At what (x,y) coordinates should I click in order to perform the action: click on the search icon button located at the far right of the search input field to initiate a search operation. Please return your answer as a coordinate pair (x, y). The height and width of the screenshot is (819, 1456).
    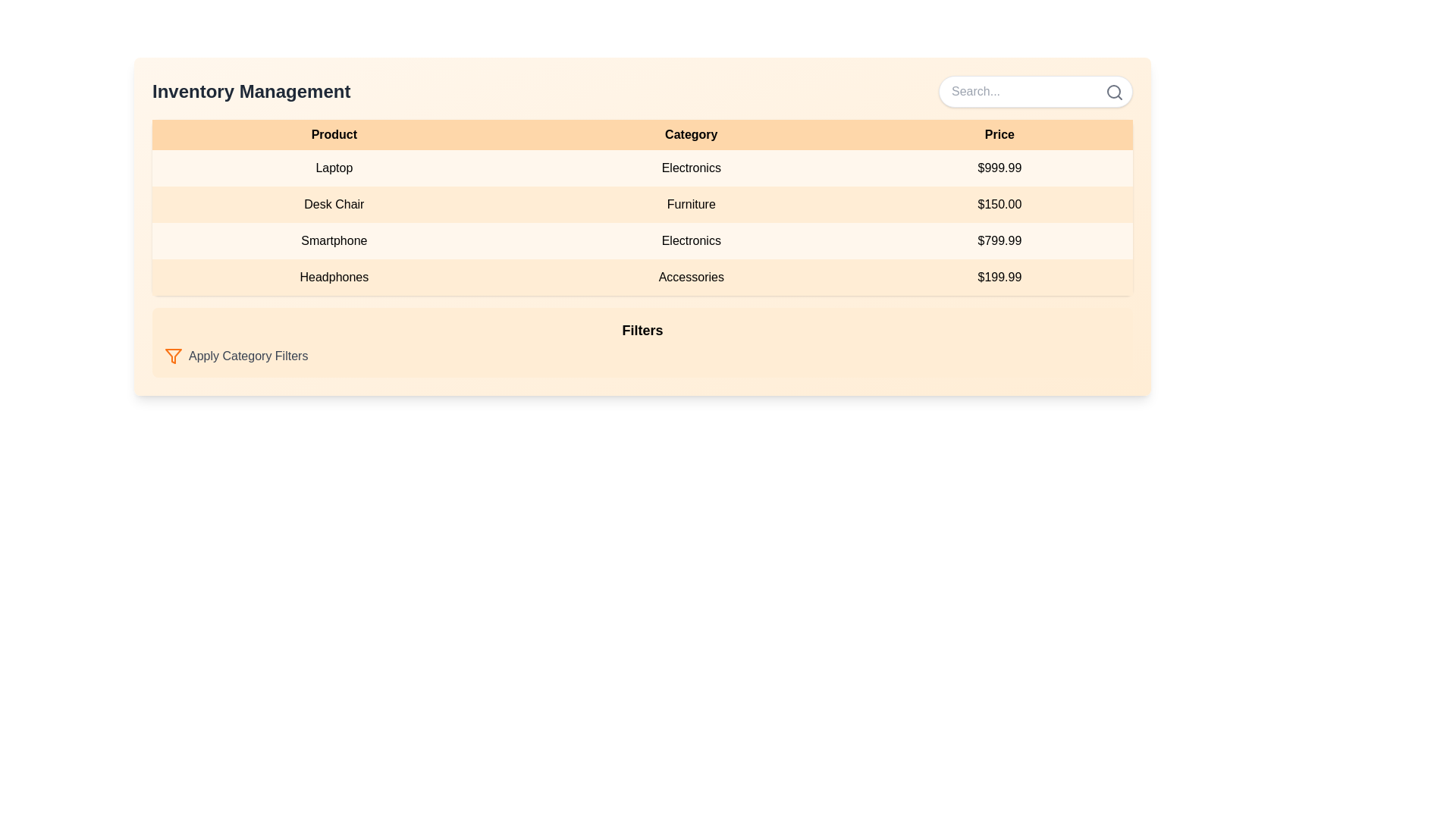
    Looking at the image, I should click on (1114, 93).